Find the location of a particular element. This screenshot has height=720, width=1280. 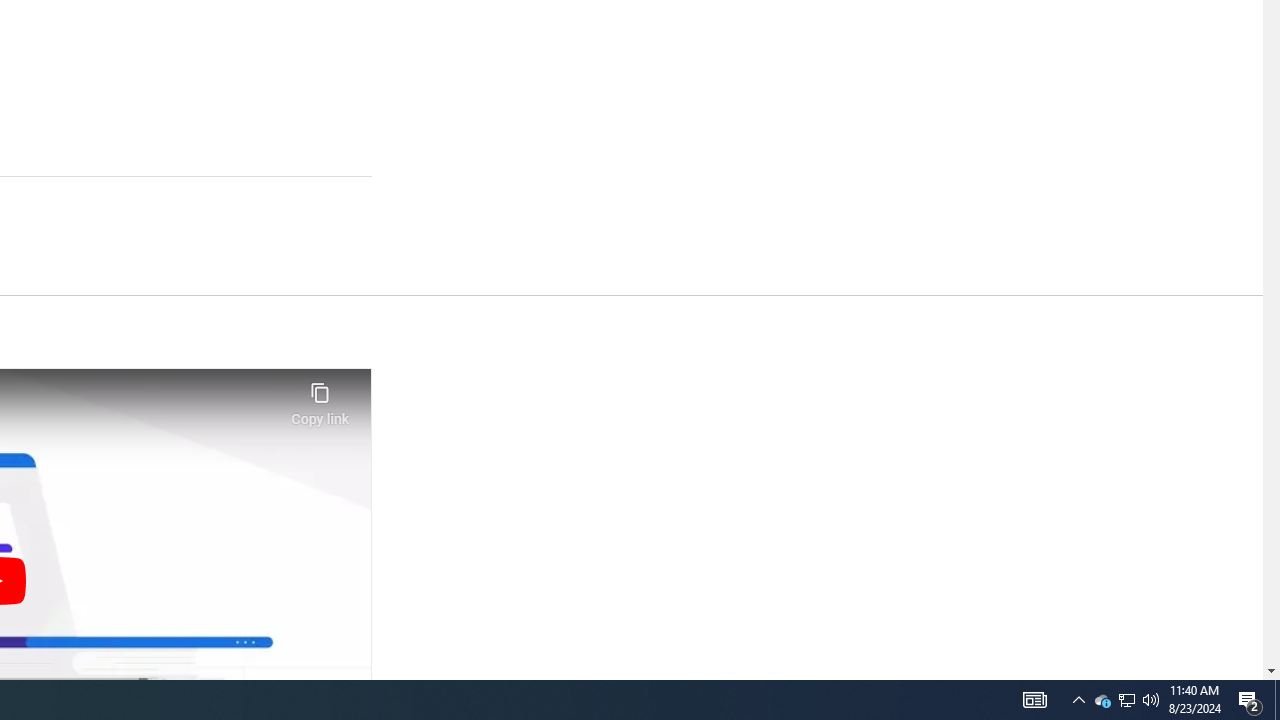

'Copy link' is located at coordinates (320, 398).